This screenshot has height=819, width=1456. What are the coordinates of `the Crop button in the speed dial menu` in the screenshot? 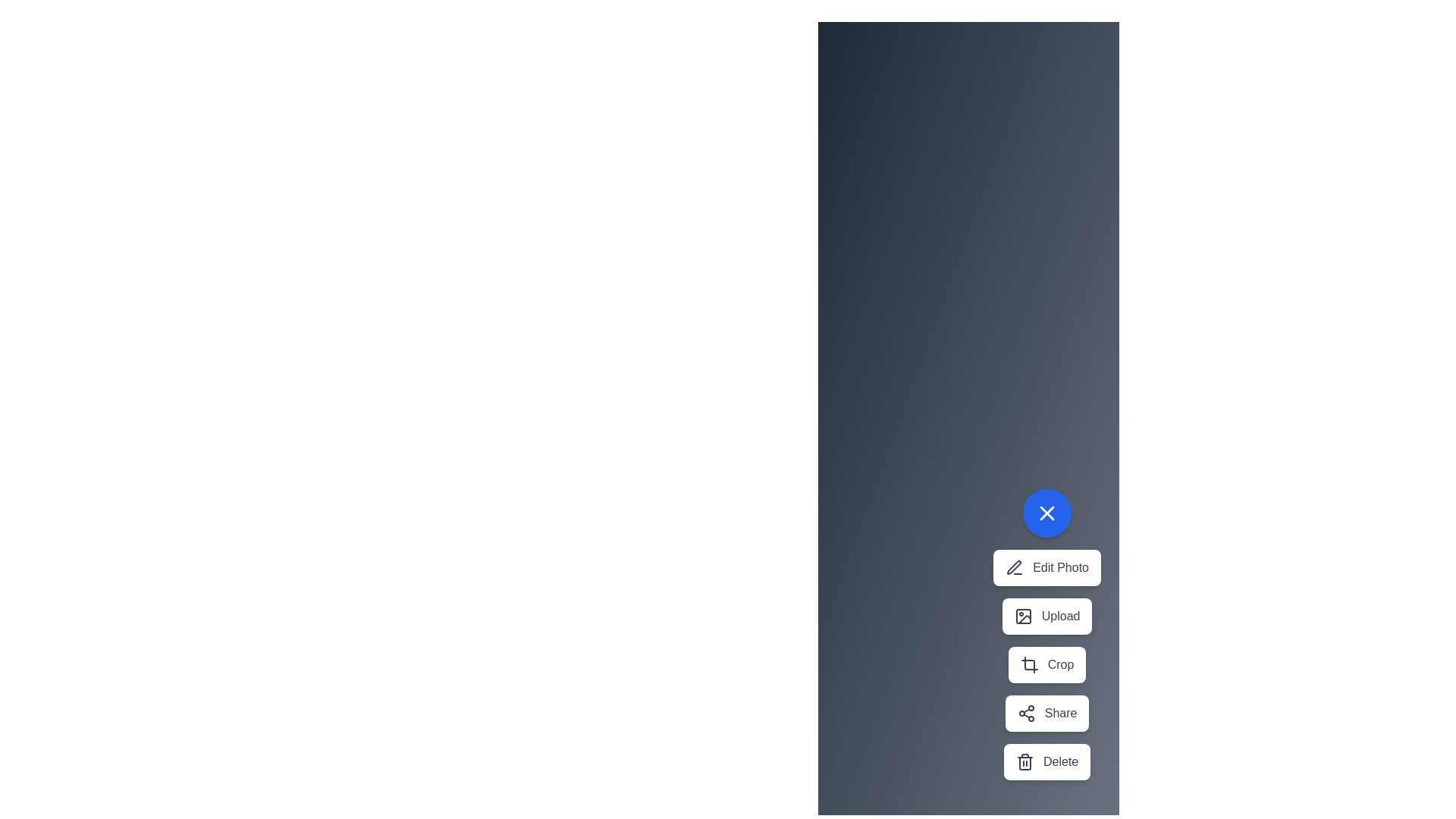 It's located at (1046, 664).